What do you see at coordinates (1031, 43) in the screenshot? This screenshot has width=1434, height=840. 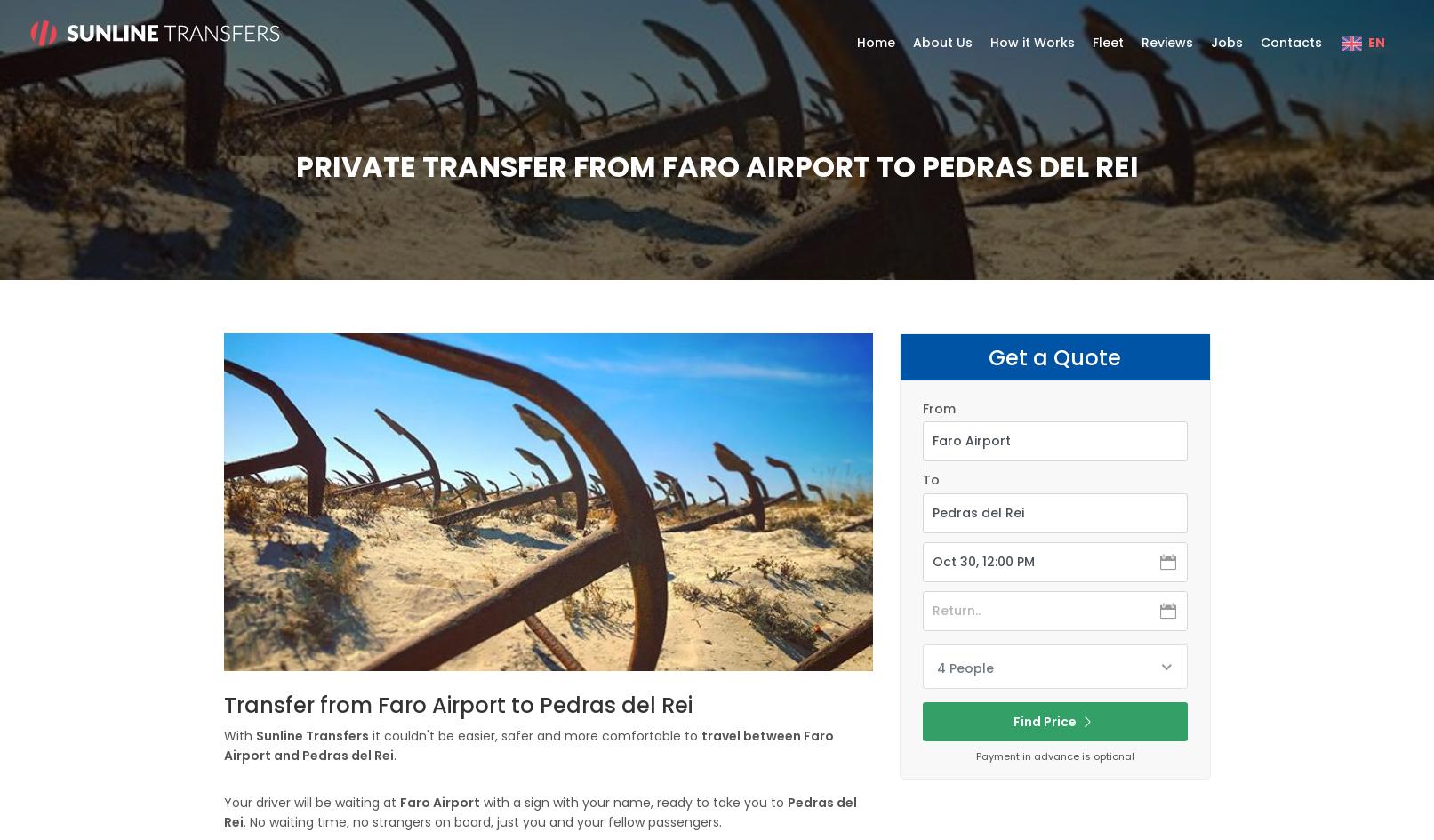 I see `'How it Works'` at bounding box center [1031, 43].